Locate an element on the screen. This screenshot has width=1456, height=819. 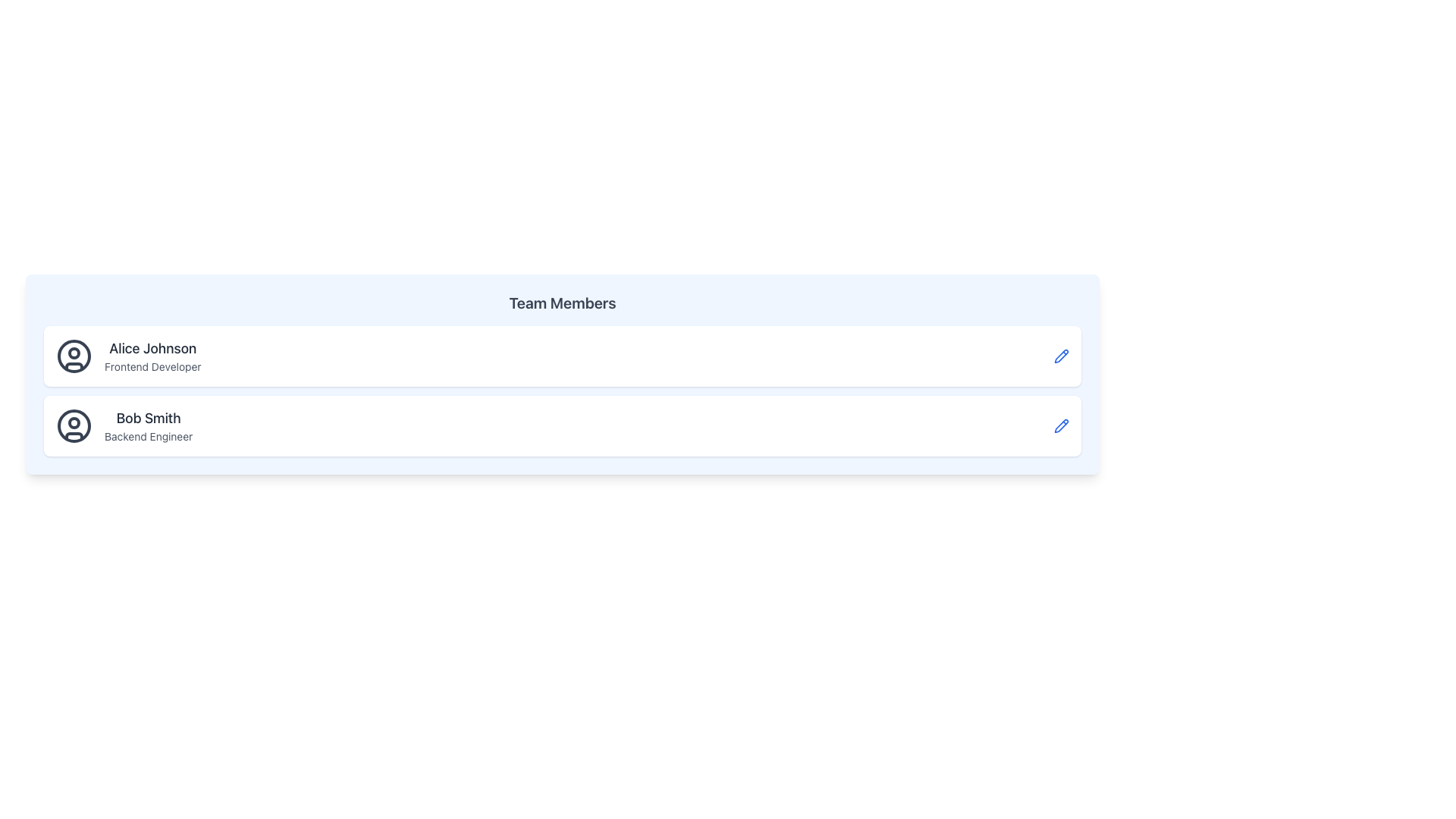
the user profile icon representing 'Bob Smith' located to the left of the text in the 'Team Members' section is located at coordinates (73, 426).